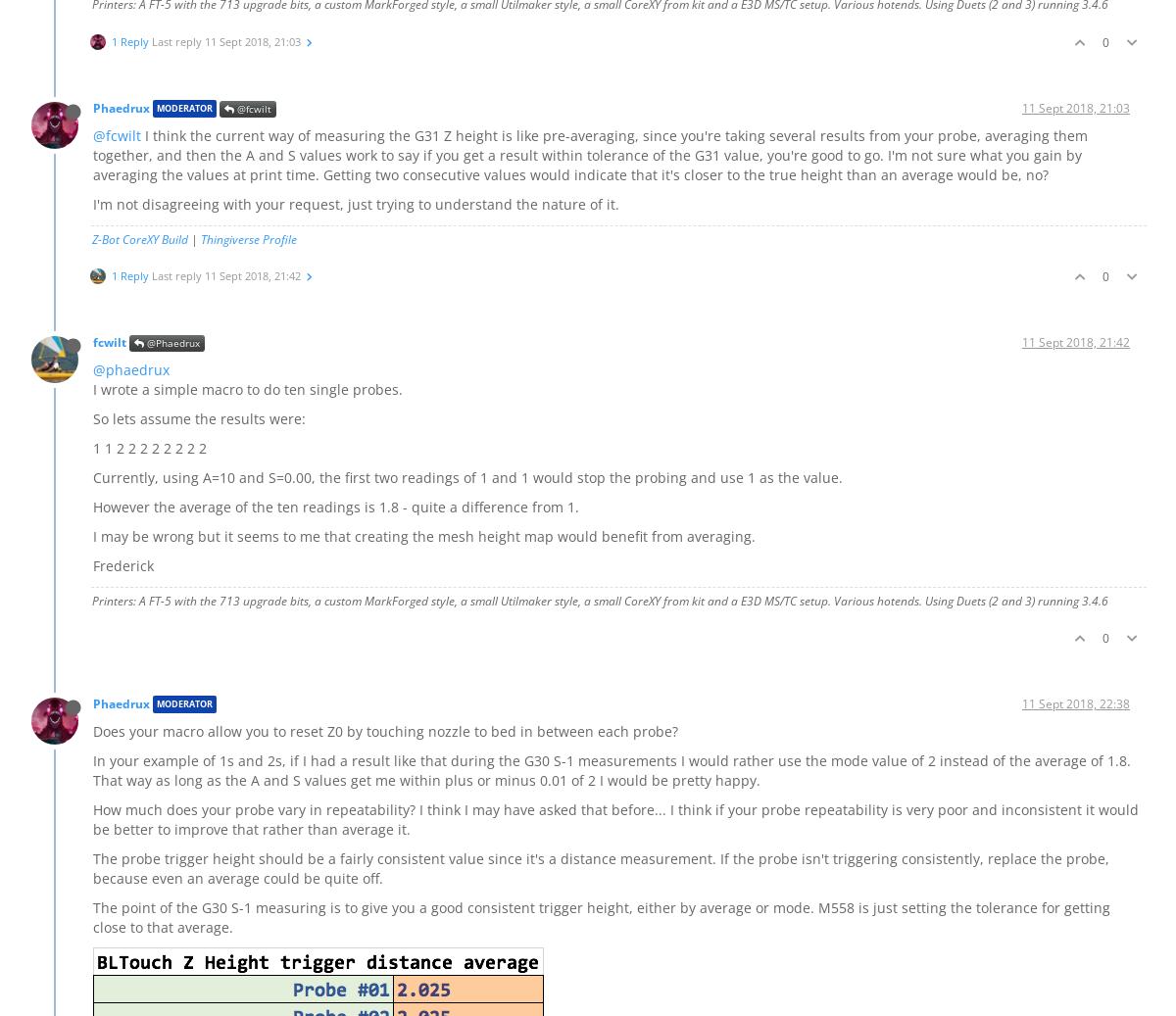  What do you see at coordinates (1022, 702) in the screenshot?
I see `'11 Sept 2018, 22:38'` at bounding box center [1022, 702].